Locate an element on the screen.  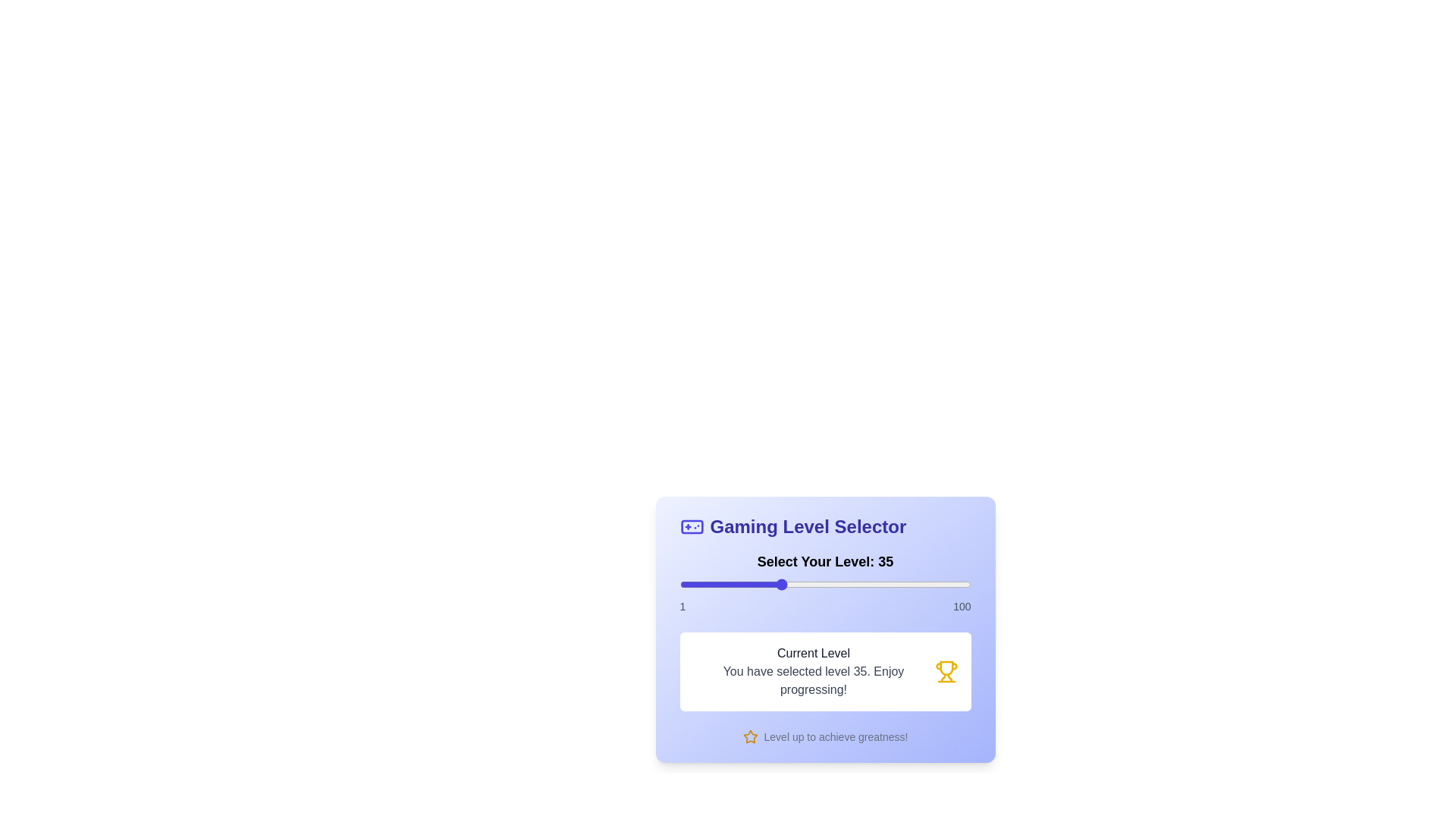
the level is located at coordinates (770, 584).